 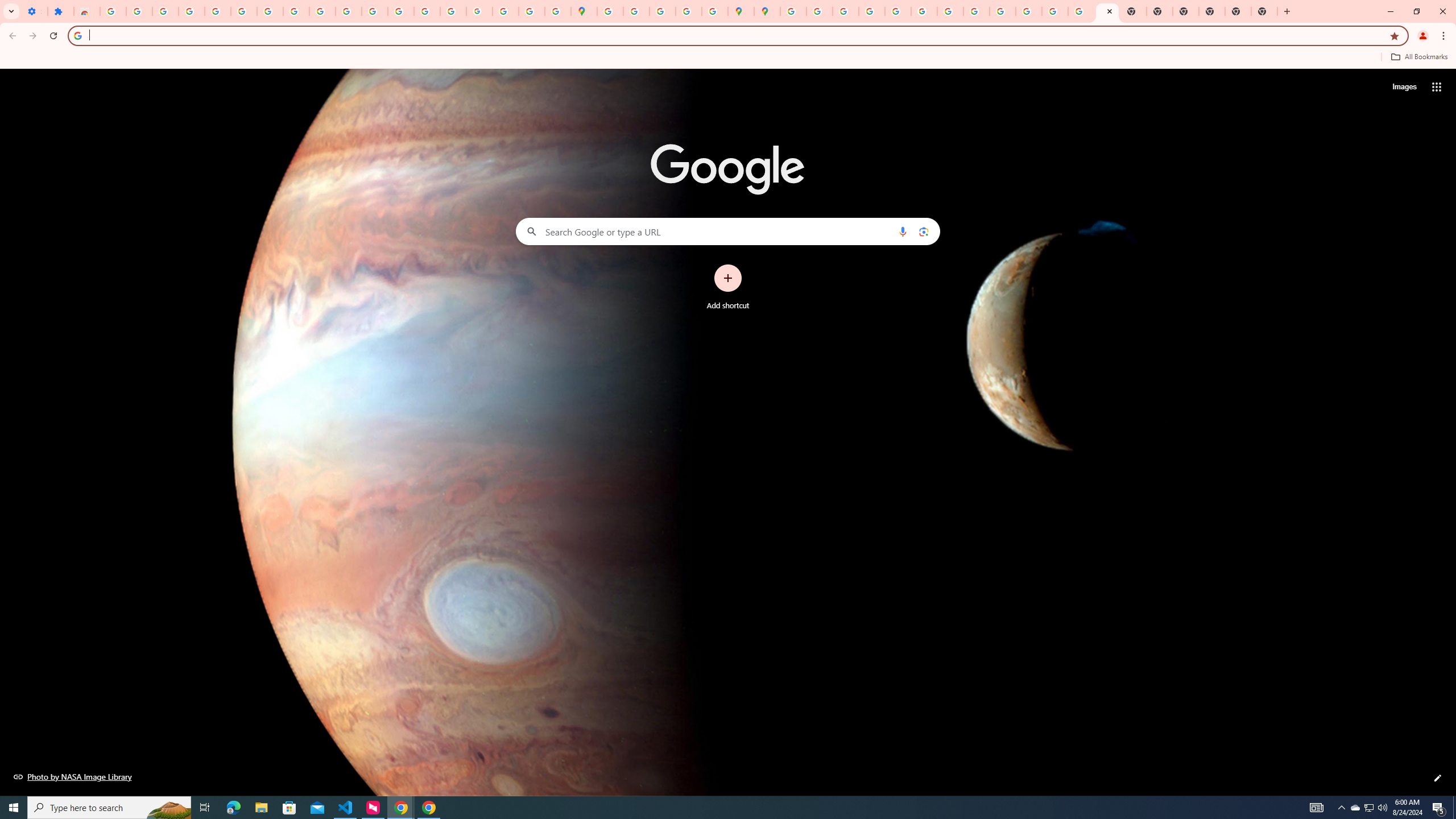 What do you see at coordinates (584, 11) in the screenshot?
I see `'Google Maps'` at bounding box center [584, 11].